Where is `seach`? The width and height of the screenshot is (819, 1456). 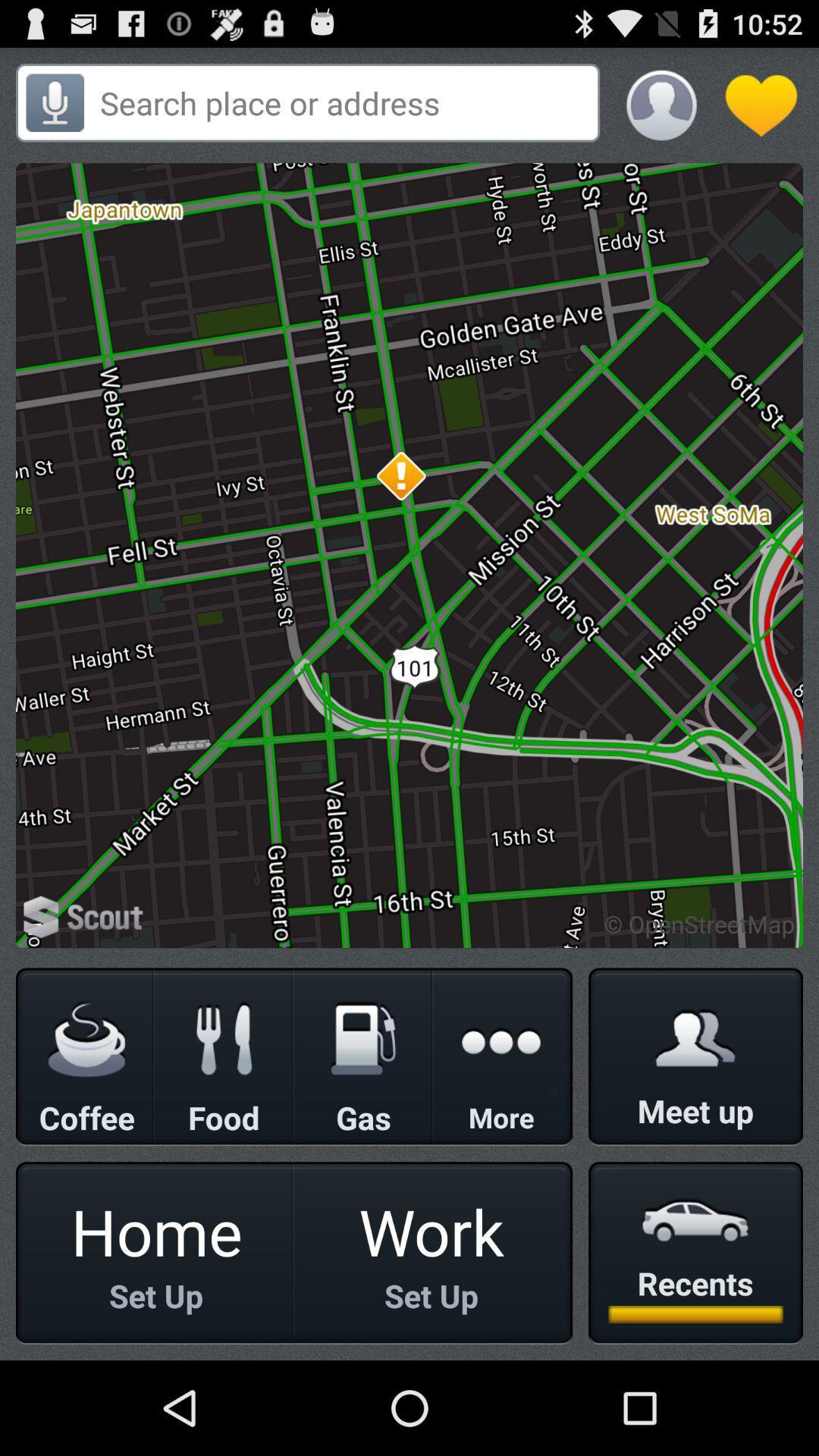 seach is located at coordinates (344, 102).